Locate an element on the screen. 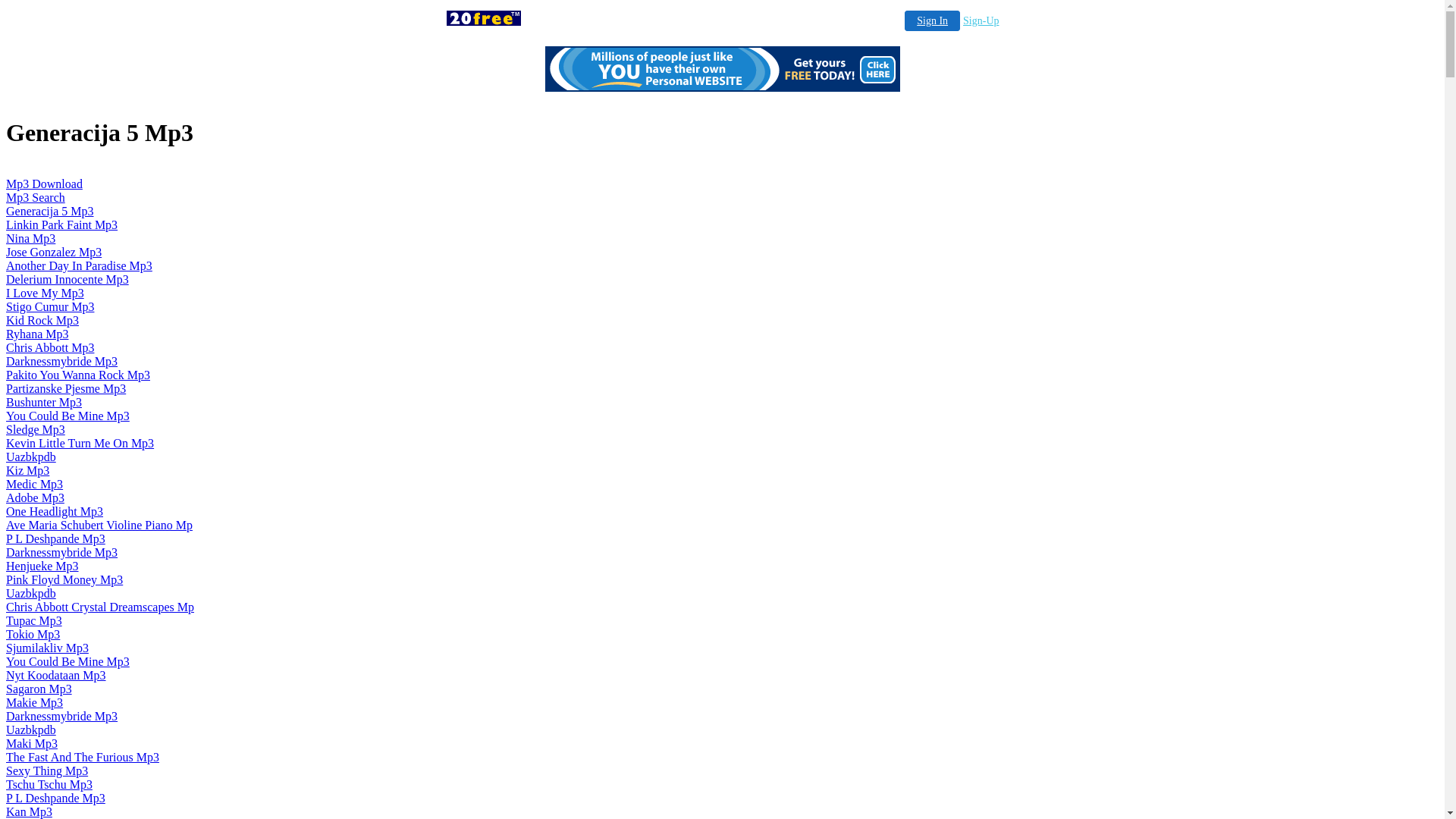  'I Love My Mp3' is located at coordinates (6, 293).